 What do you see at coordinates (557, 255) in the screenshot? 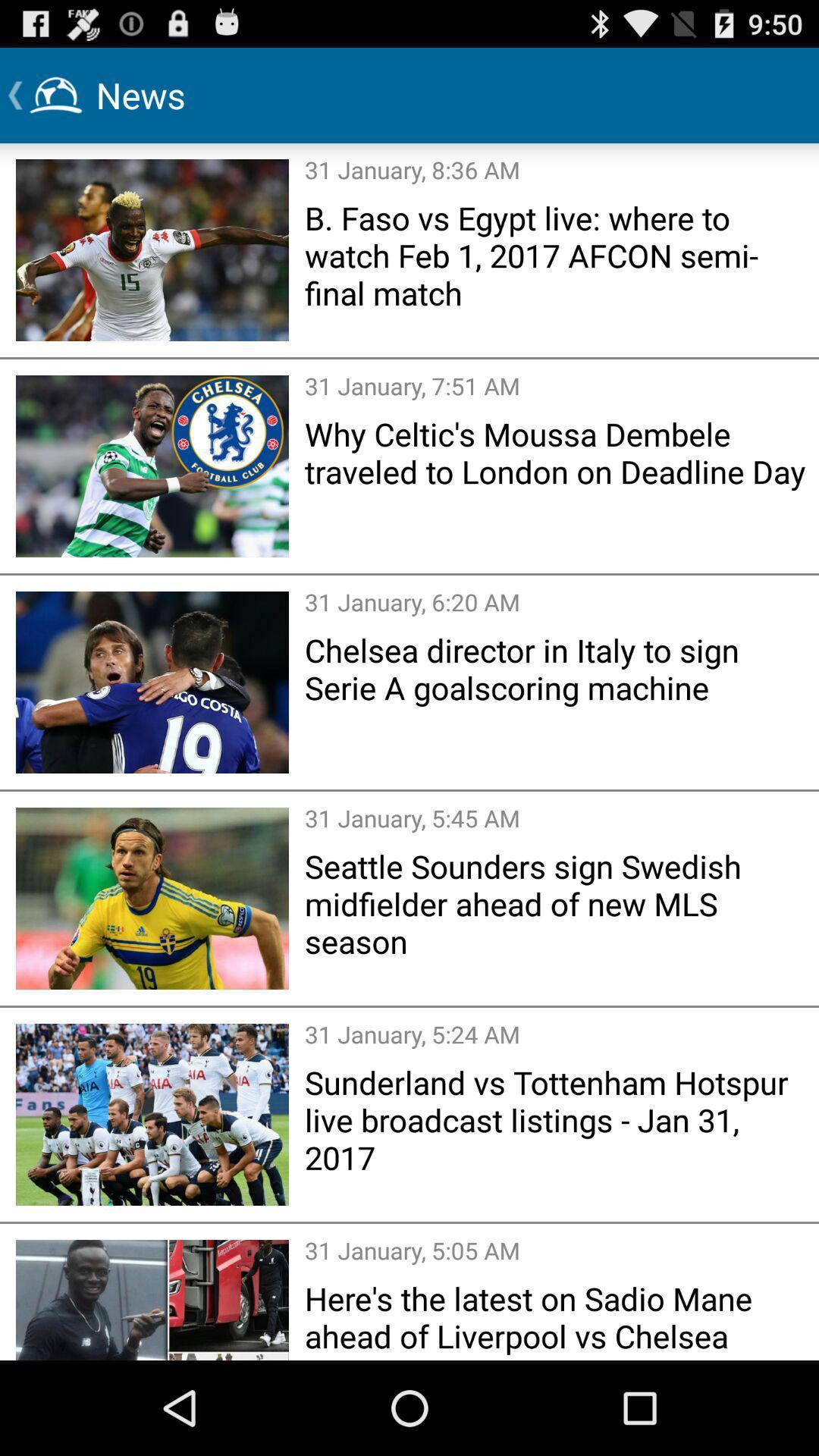
I see `the icon below the 31 january 8 item` at bounding box center [557, 255].